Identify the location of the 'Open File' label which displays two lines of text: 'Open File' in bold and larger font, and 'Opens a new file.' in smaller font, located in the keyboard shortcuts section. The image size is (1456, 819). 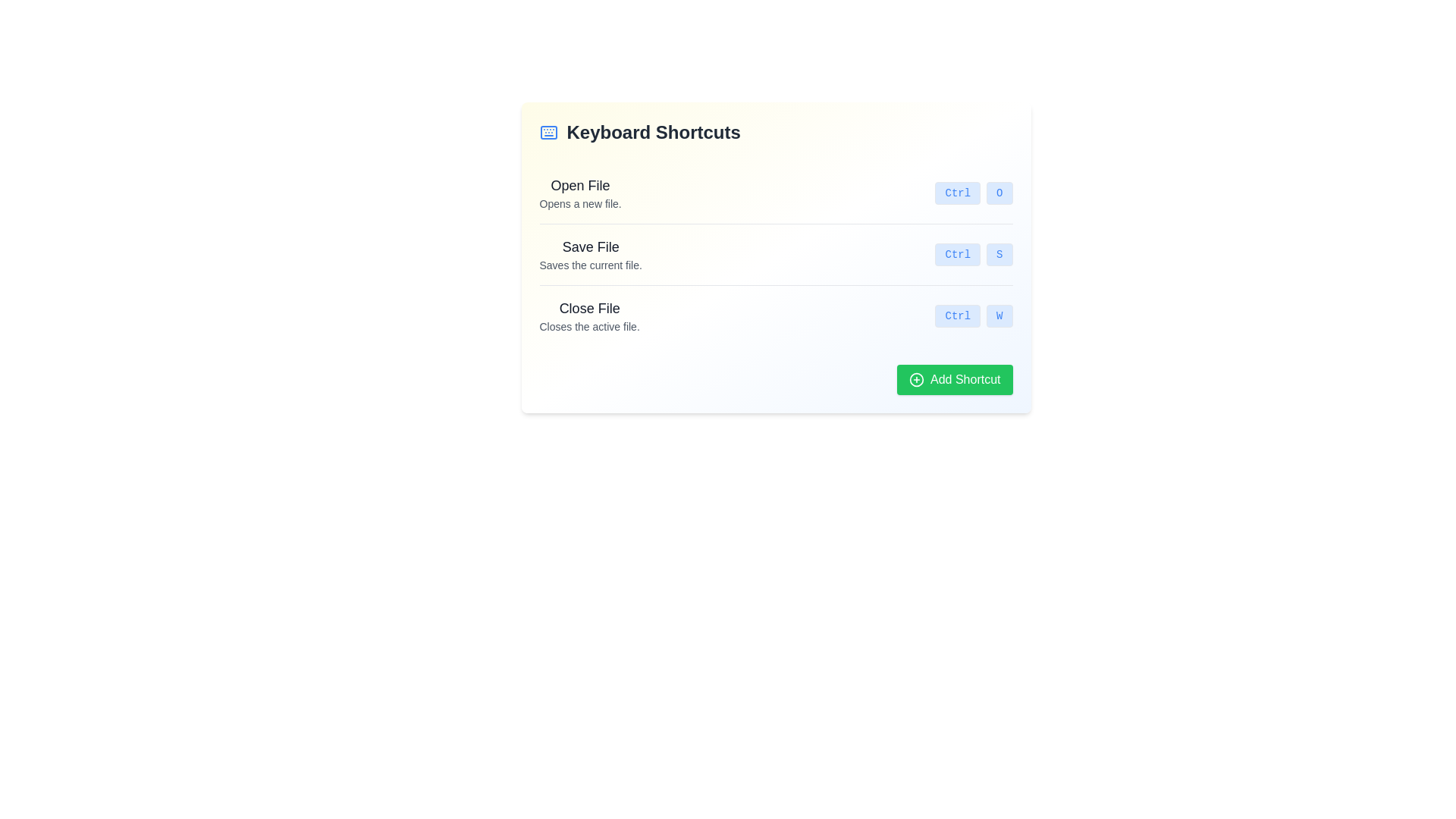
(579, 192).